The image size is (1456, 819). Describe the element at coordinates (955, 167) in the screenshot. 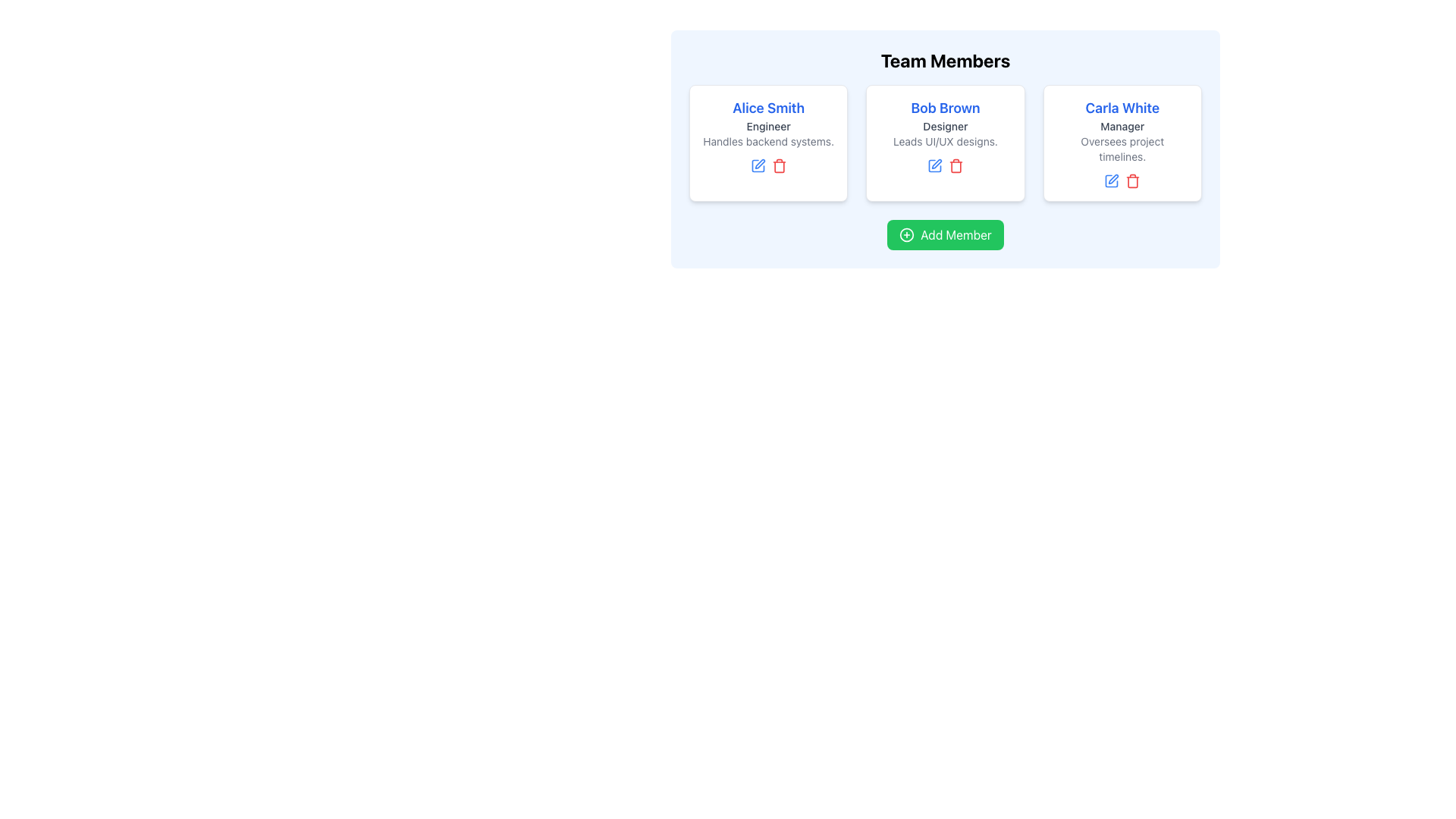

I see `the delete icon located at the bottom of Bob Brown's team member card` at that location.